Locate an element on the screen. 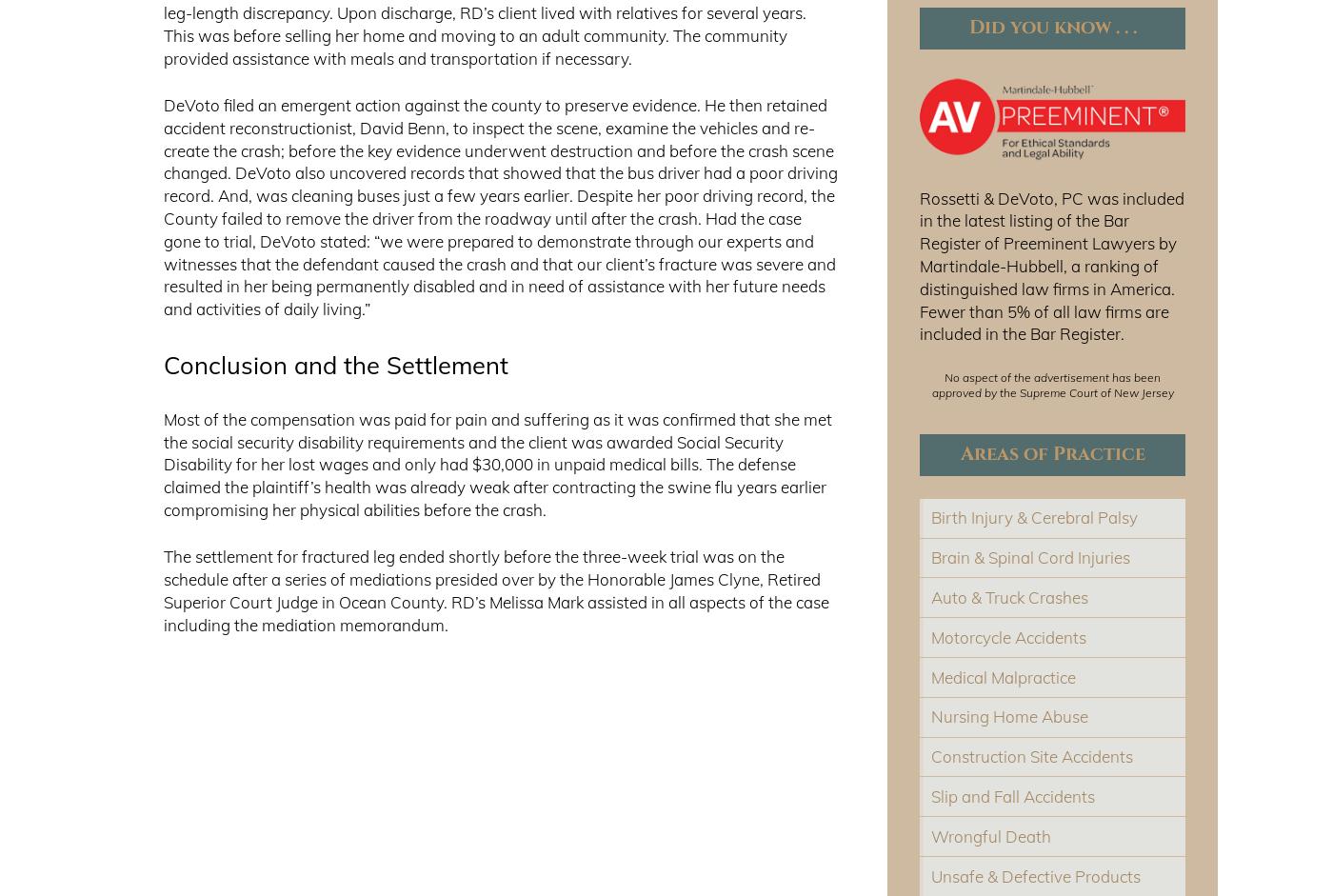  'Areas of Practice' is located at coordinates (1052, 452).